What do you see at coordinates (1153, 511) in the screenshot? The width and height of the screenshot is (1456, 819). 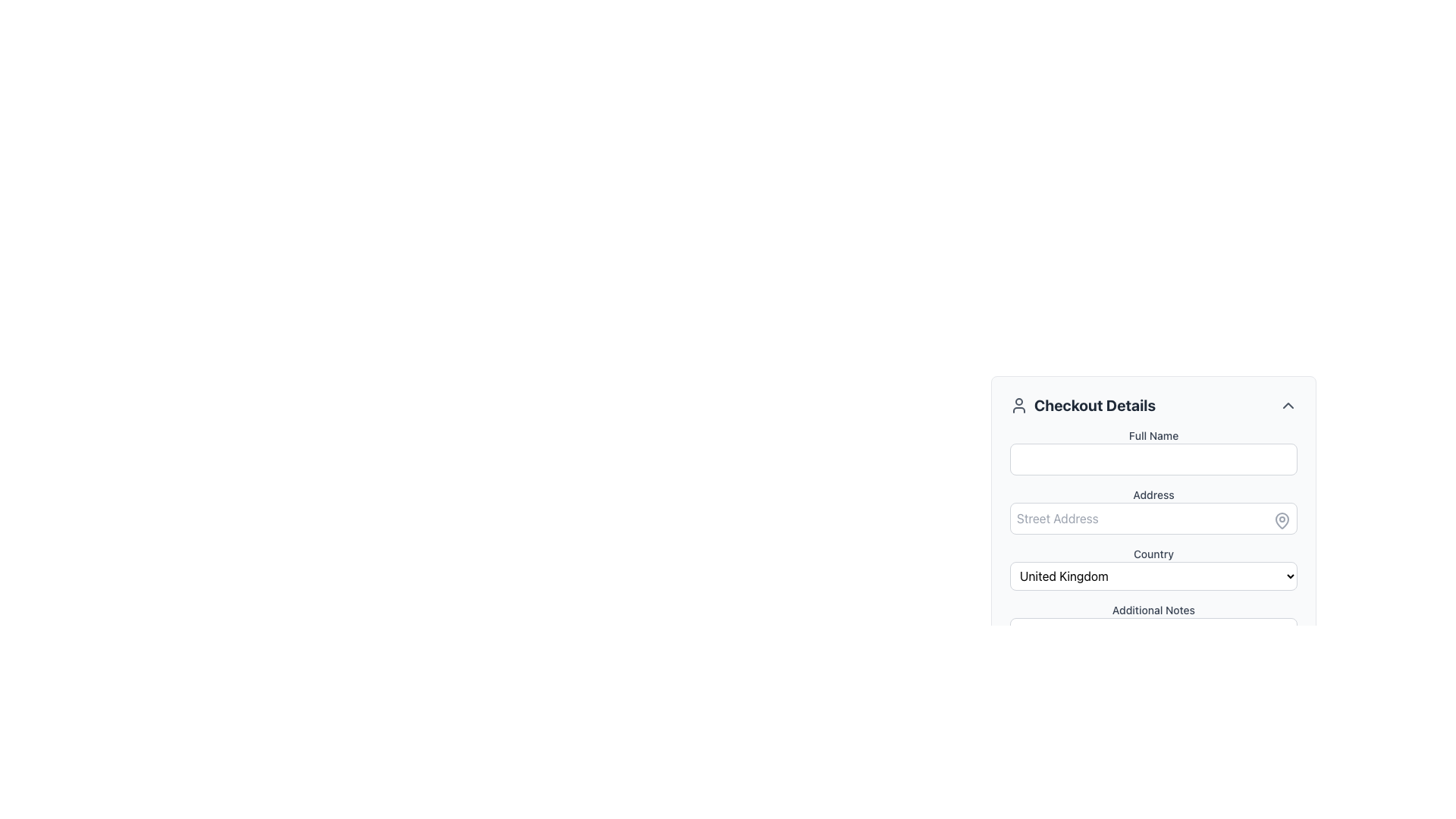 I see `the labeled input field for 'Address' to focus for typing` at bounding box center [1153, 511].